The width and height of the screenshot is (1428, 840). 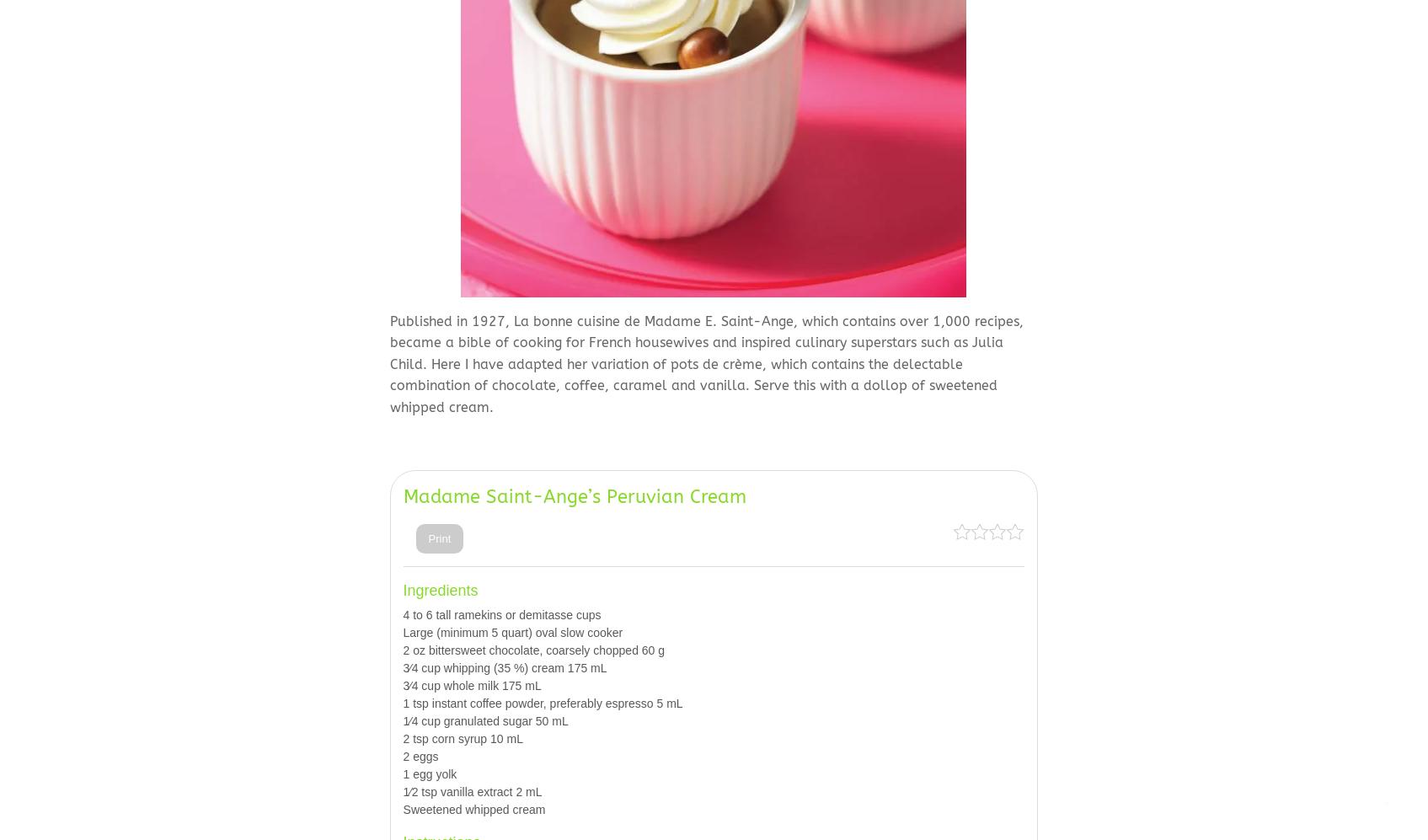 I want to click on 'Madame Saint-Ange’s Peruvian Cream', so click(x=574, y=496).